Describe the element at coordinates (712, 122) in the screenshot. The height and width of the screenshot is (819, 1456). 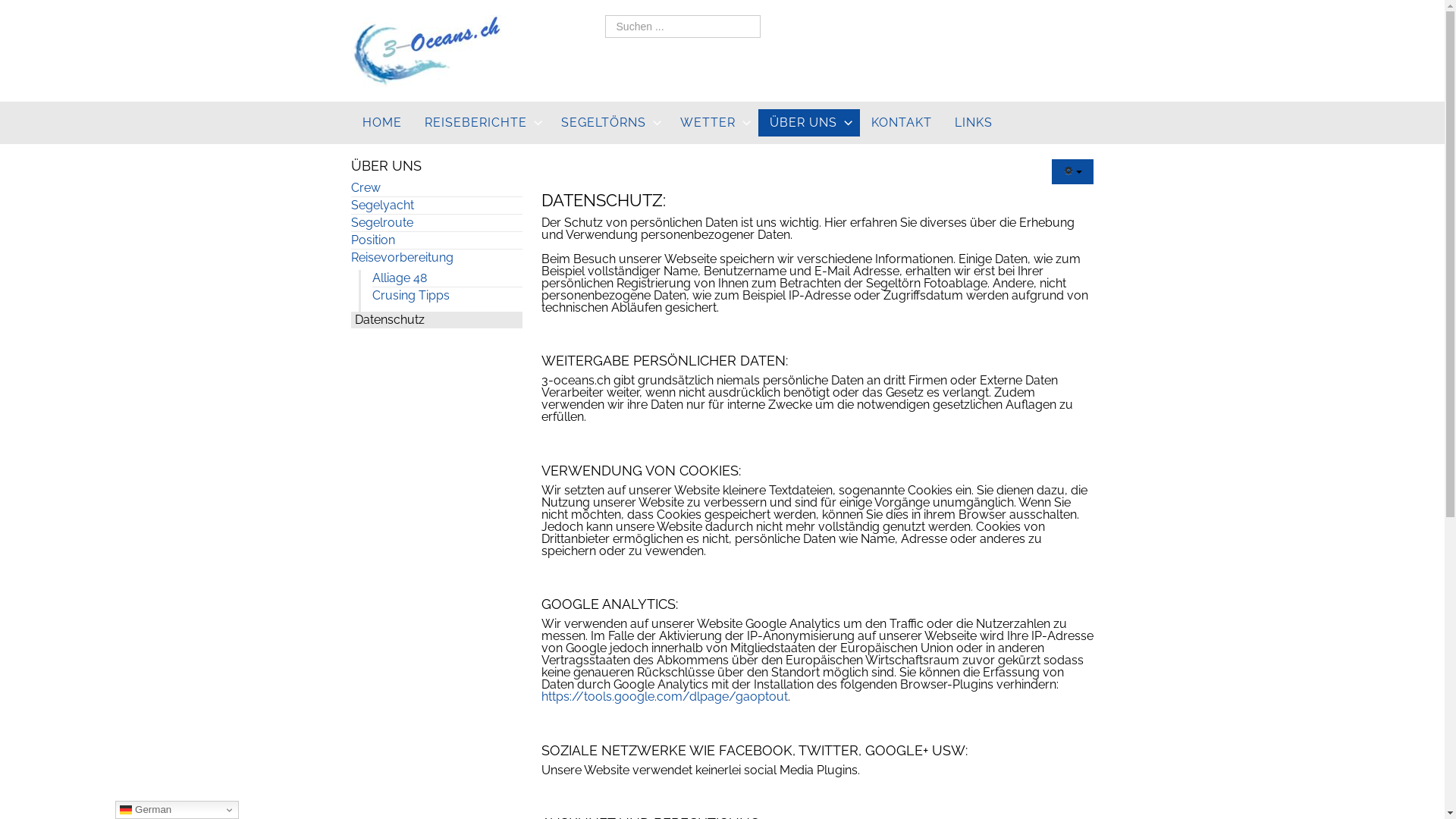
I see `'WETTER'` at that location.